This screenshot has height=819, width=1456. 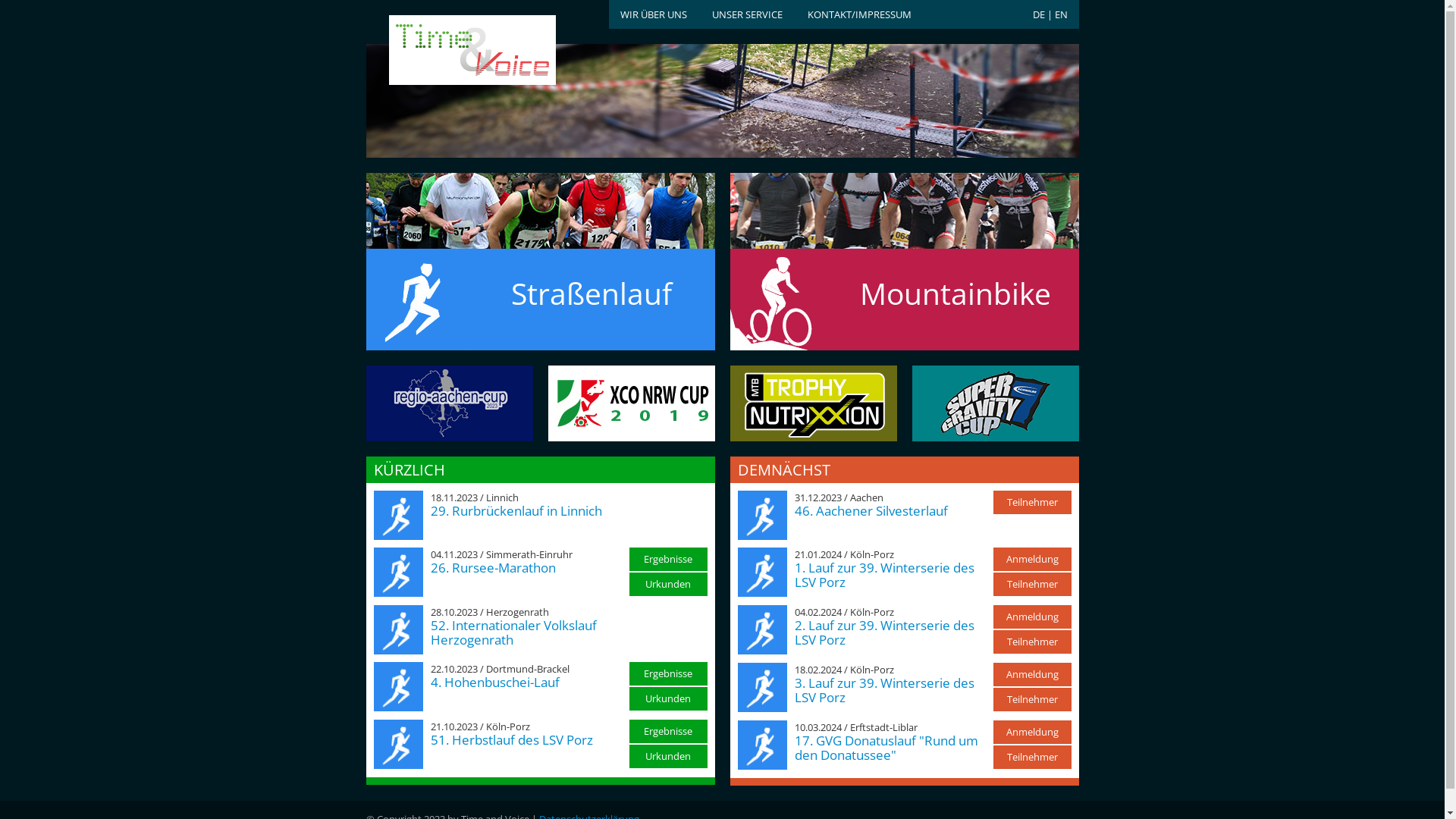 What do you see at coordinates (512, 739) in the screenshot?
I see `'51. Herbstlauf des LSV Porz'` at bounding box center [512, 739].